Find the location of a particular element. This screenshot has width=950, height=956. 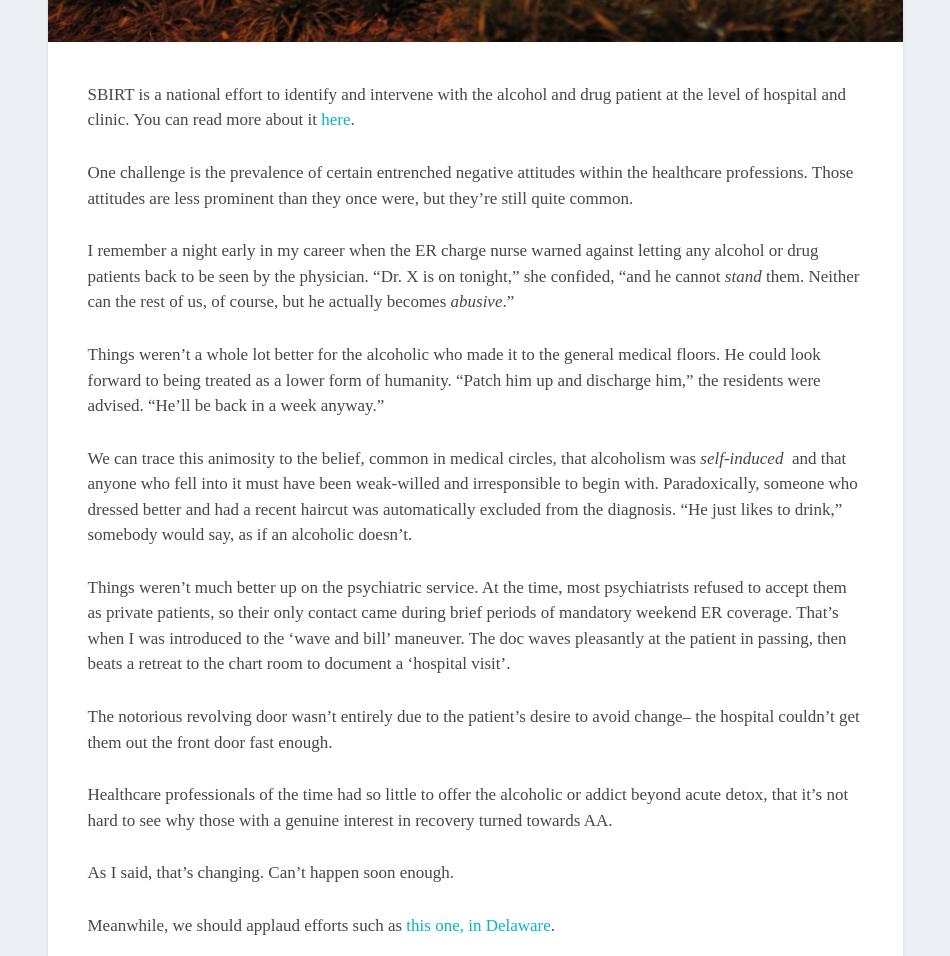

'abusive' is located at coordinates (476, 300).